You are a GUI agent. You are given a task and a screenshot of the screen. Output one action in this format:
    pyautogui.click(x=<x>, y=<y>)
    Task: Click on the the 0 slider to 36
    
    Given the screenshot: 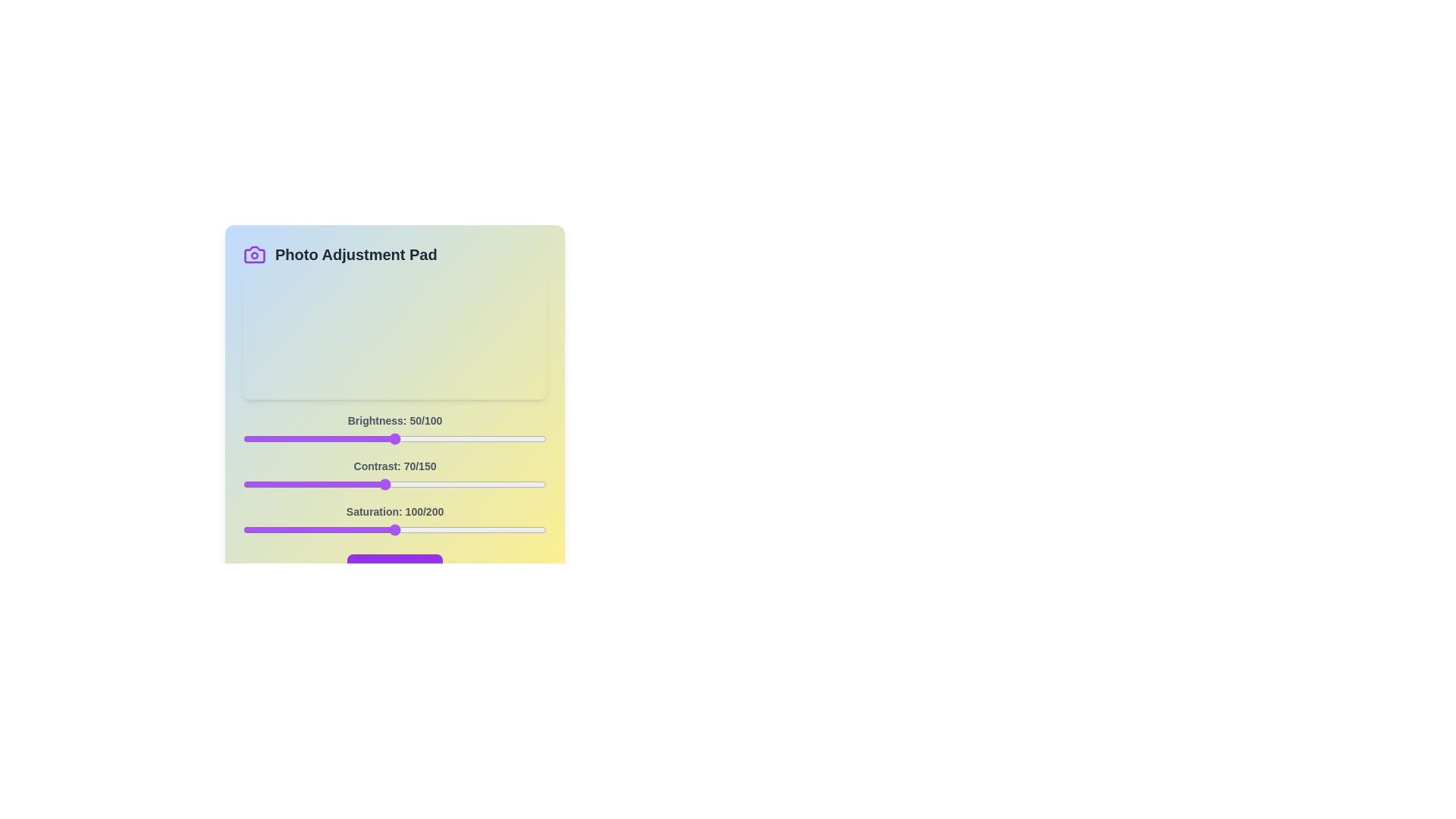 What is the action you would take?
    pyautogui.click(x=352, y=438)
    